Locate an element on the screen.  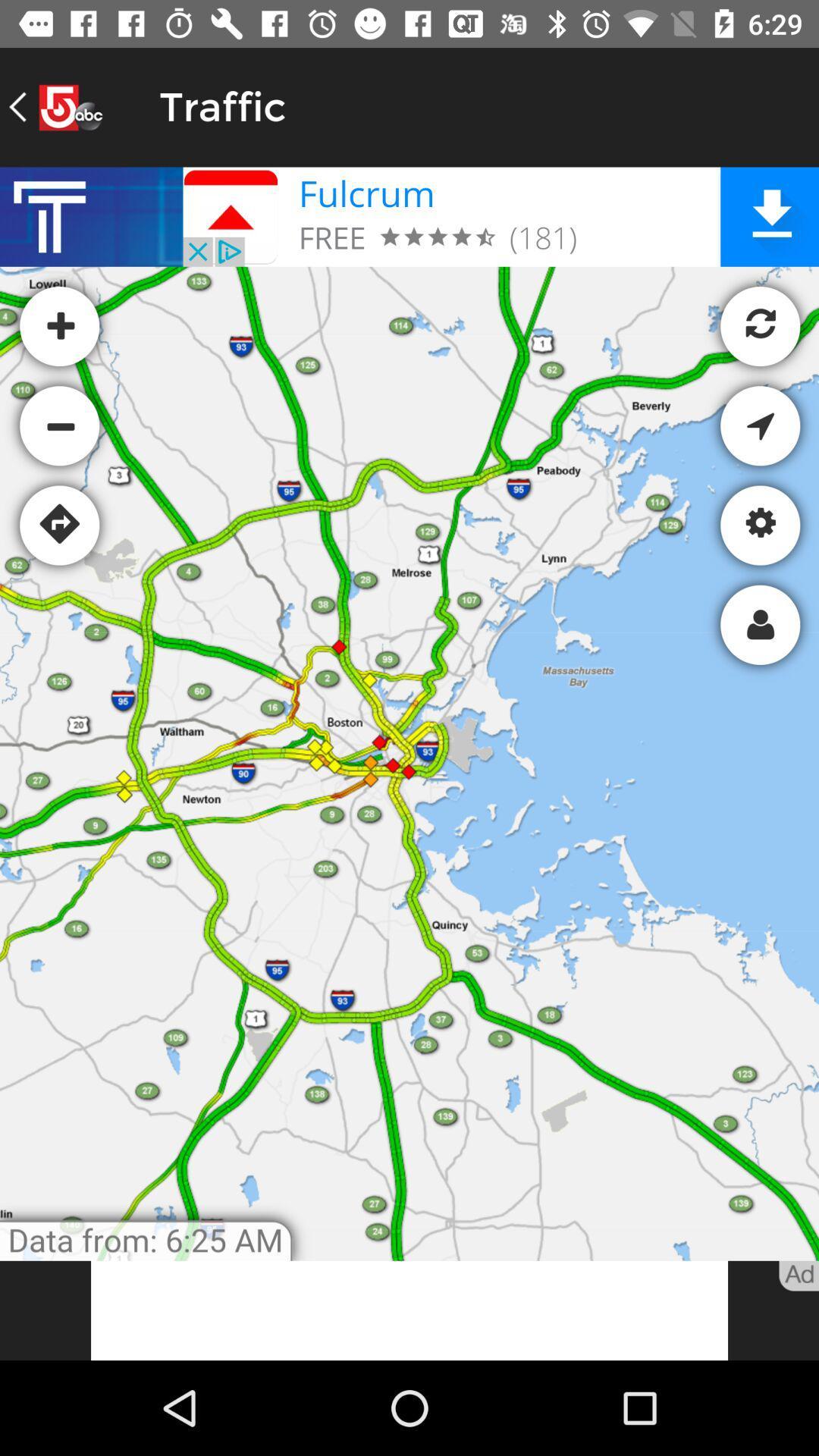
open advertisement is located at coordinates (409, 1310).